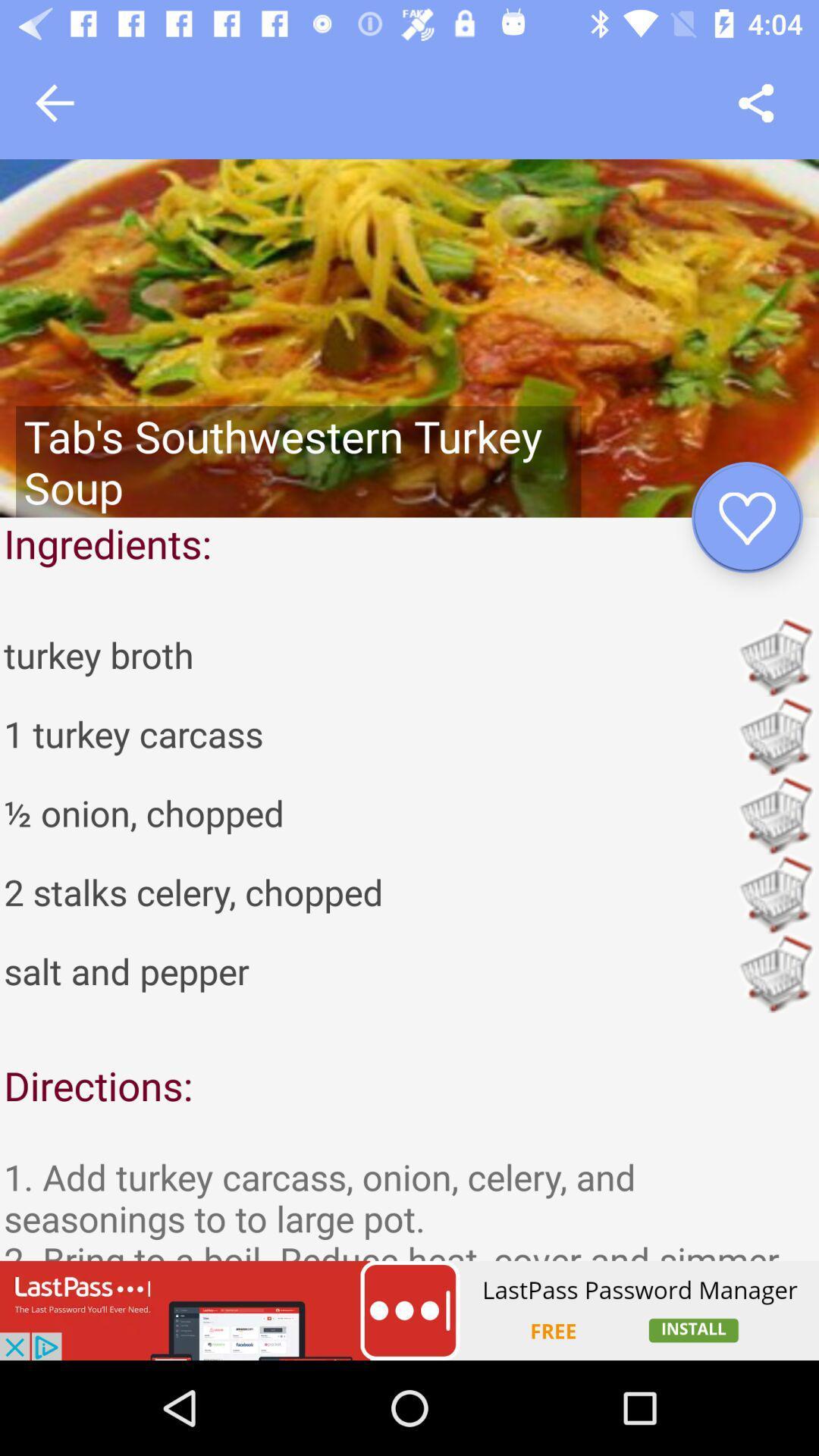 Image resolution: width=819 pixels, height=1456 pixels. Describe the element at coordinates (746, 517) in the screenshot. I see `to favorites` at that location.